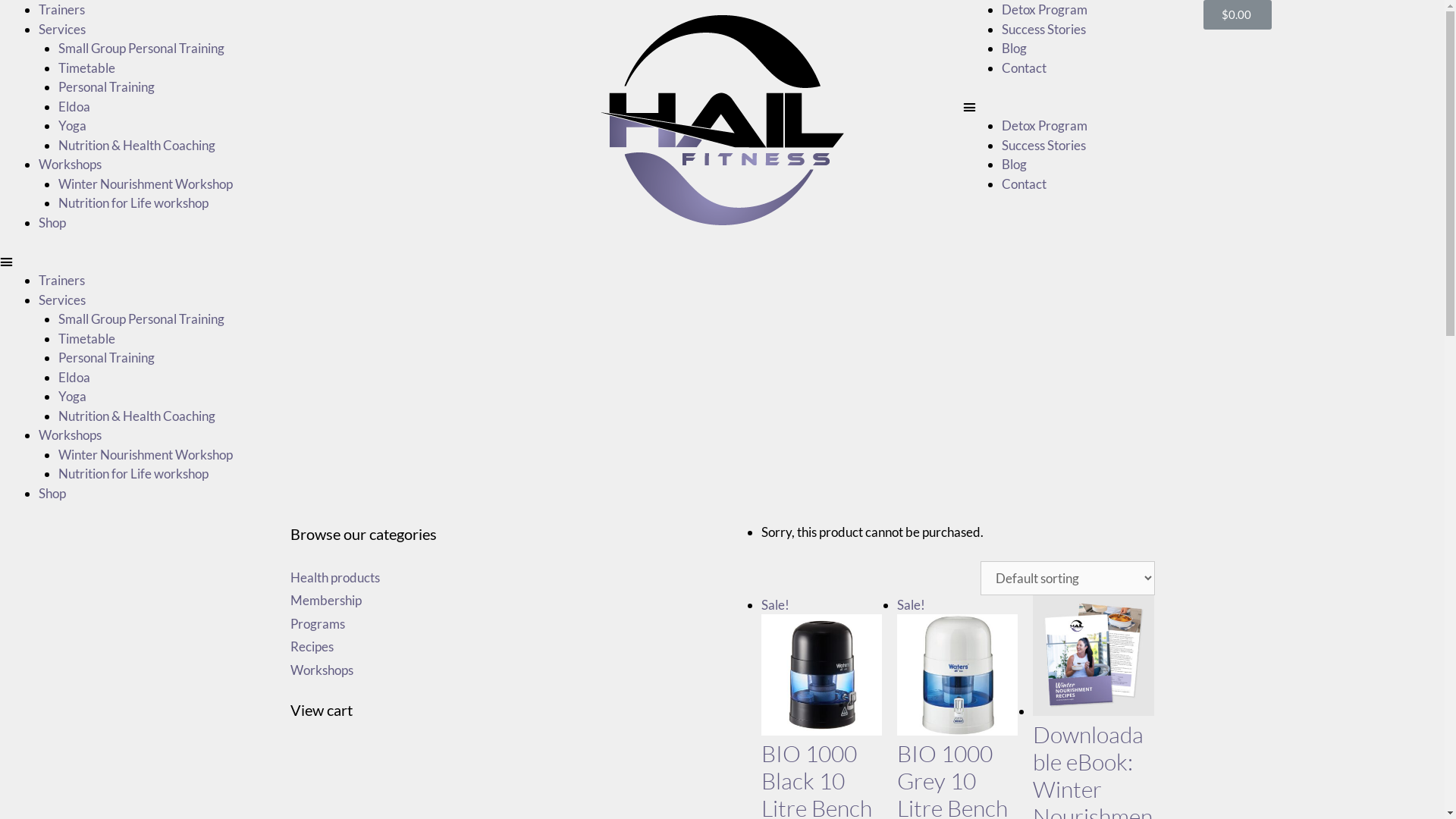  What do you see at coordinates (58, 357) in the screenshot?
I see `'Personal Training'` at bounding box center [58, 357].